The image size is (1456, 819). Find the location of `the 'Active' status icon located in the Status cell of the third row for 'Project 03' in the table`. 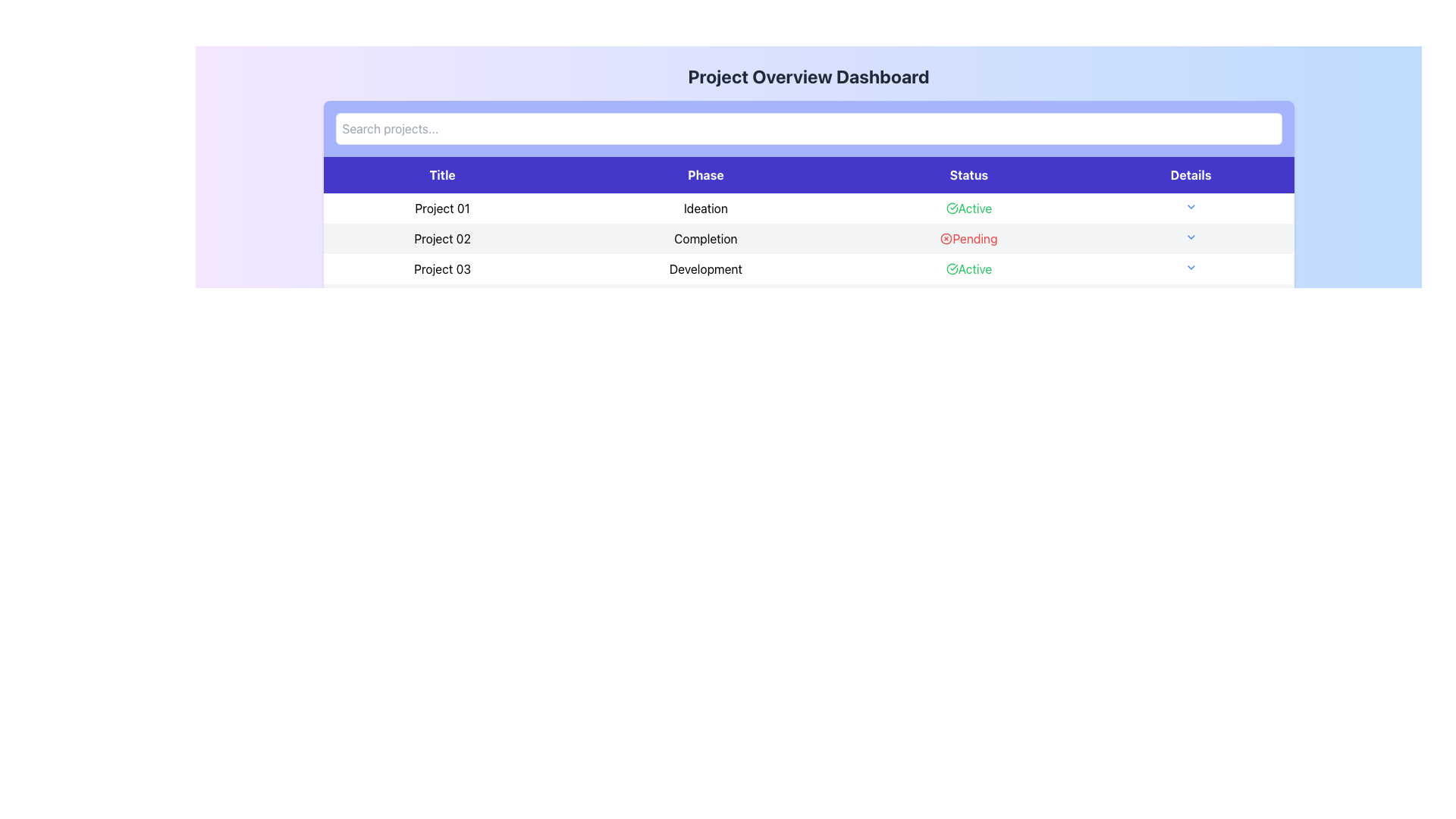

the 'Active' status icon located in the Status cell of the third row for 'Project 03' in the table is located at coordinates (951, 268).